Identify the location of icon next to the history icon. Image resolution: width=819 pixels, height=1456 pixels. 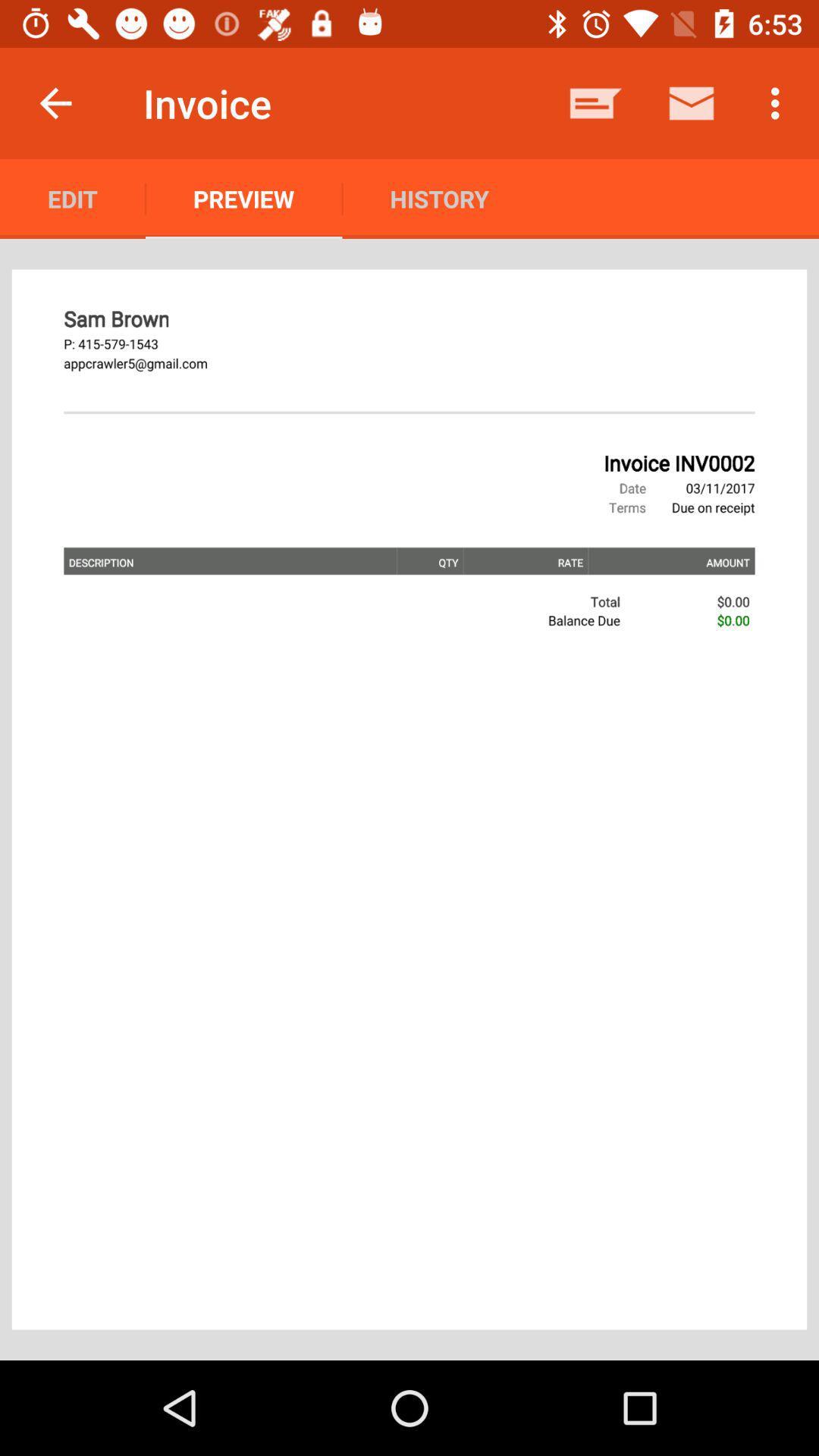
(595, 102).